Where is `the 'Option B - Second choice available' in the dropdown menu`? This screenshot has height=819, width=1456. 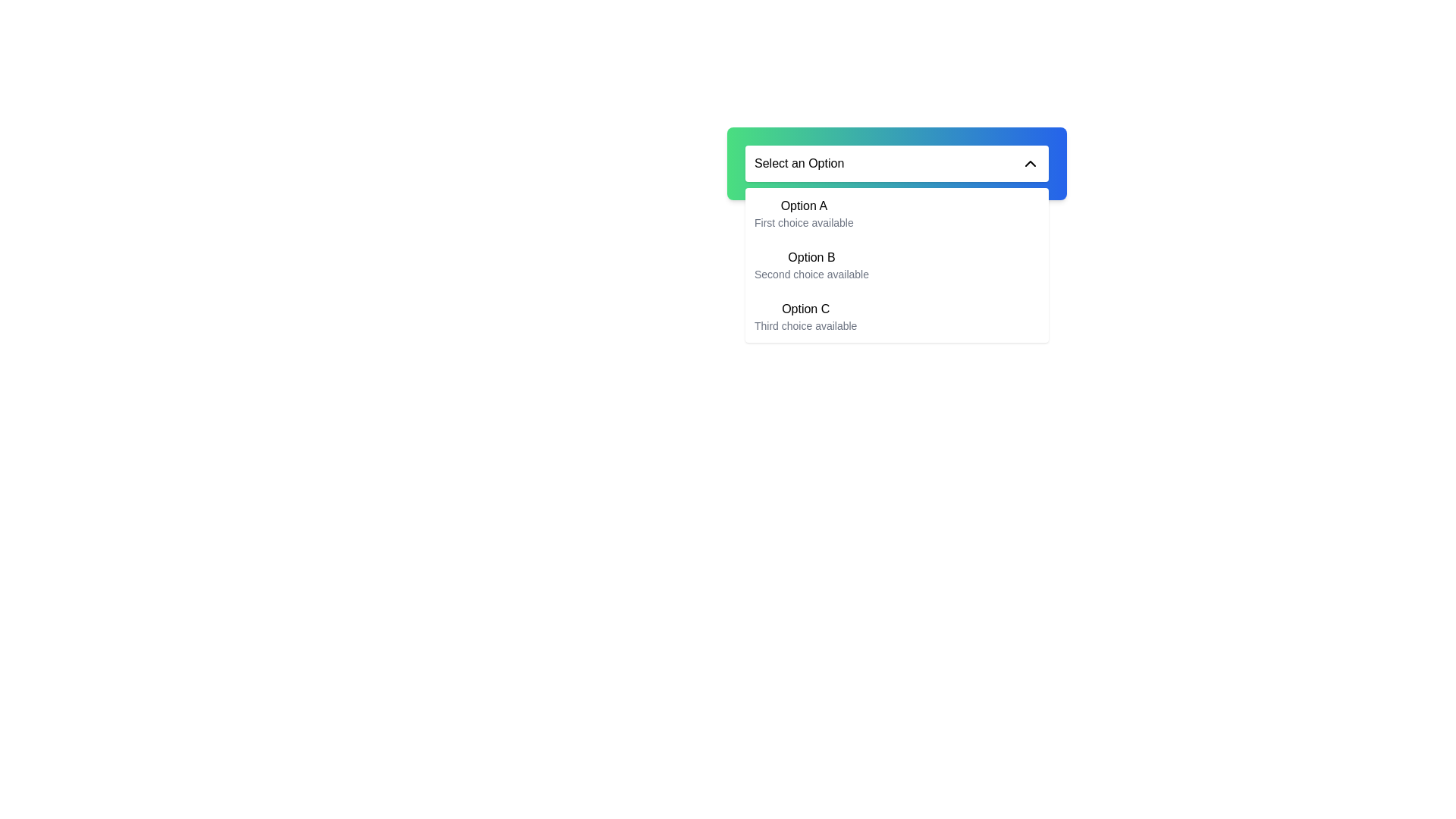
the 'Option B - Second choice available' in the dropdown menu is located at coordinates (896, 265).